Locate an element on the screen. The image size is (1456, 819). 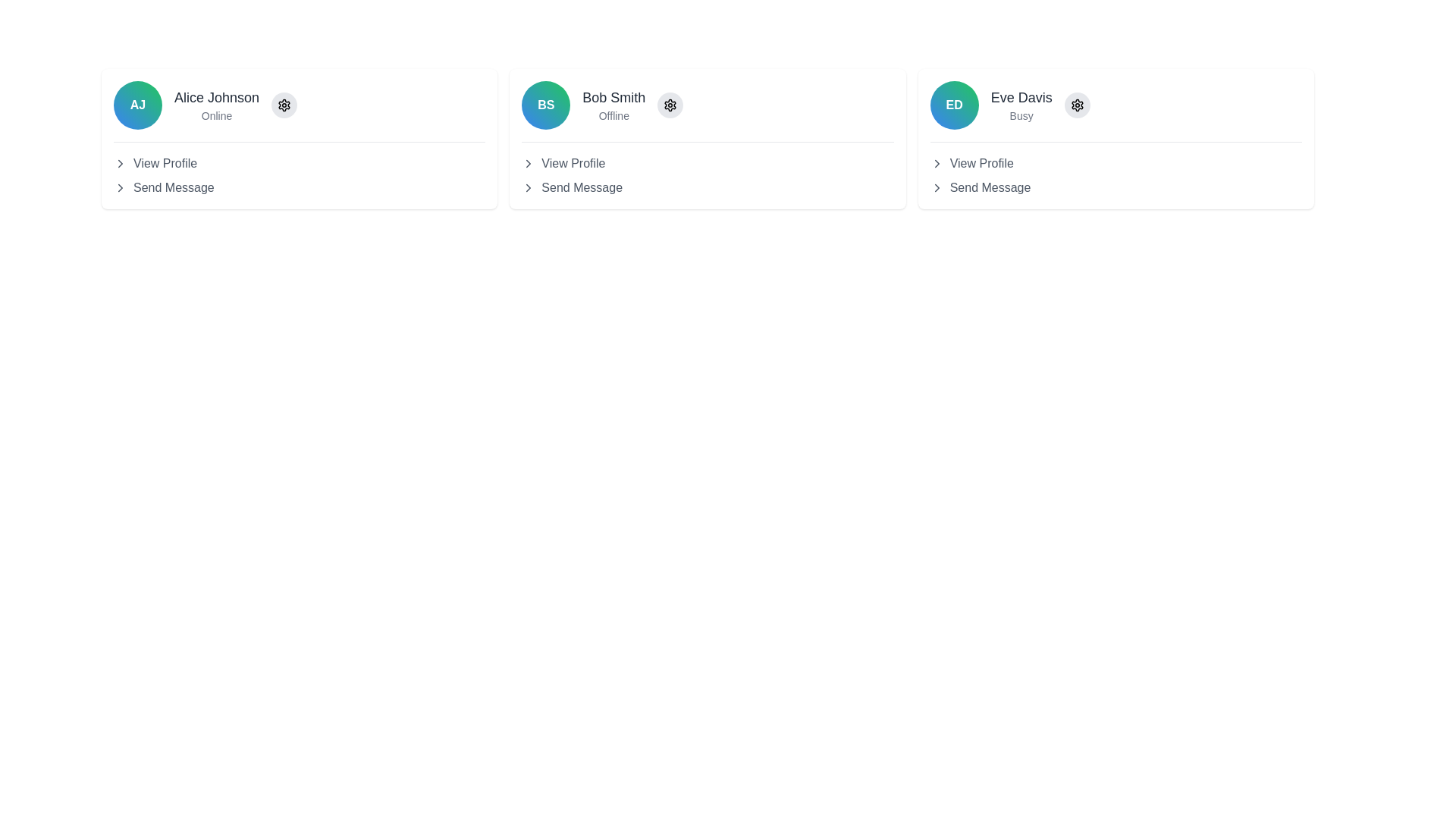
the 'Send Message' text link located below the 'View Profile' option in the profile card for 'Bob Smith' is located at coordinates (581, 187).